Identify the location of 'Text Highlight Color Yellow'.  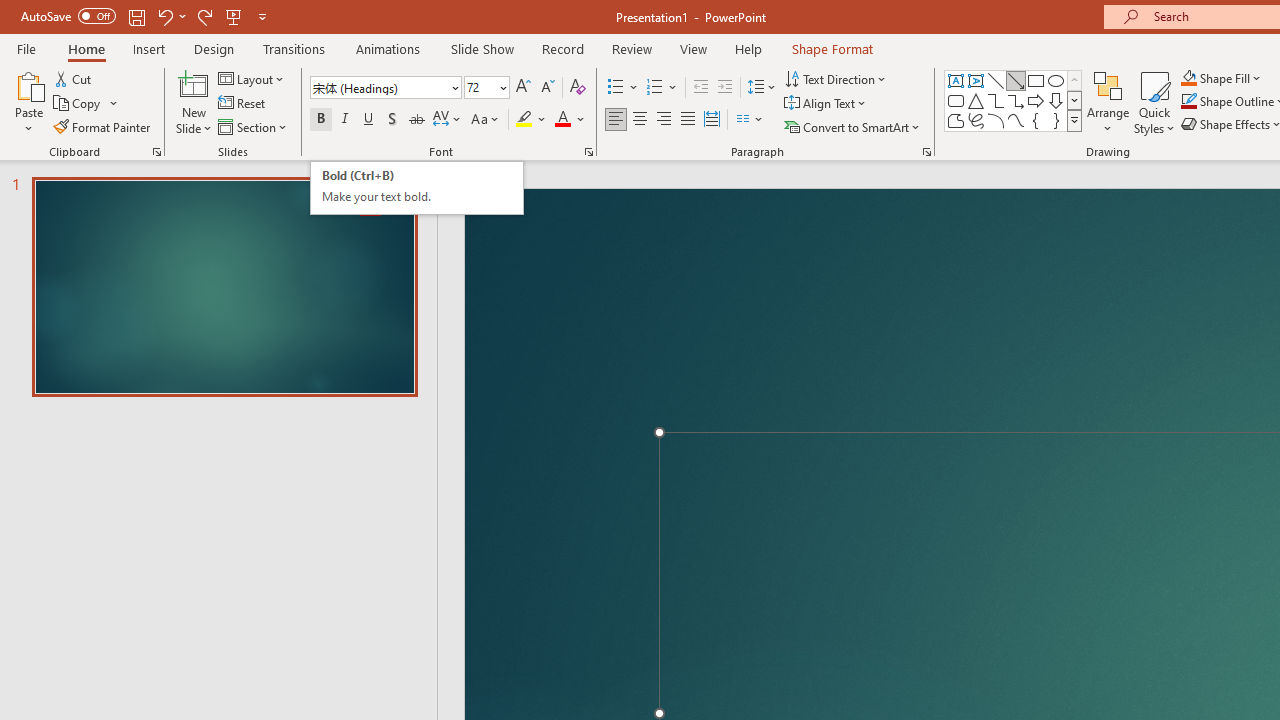
(524, 119).